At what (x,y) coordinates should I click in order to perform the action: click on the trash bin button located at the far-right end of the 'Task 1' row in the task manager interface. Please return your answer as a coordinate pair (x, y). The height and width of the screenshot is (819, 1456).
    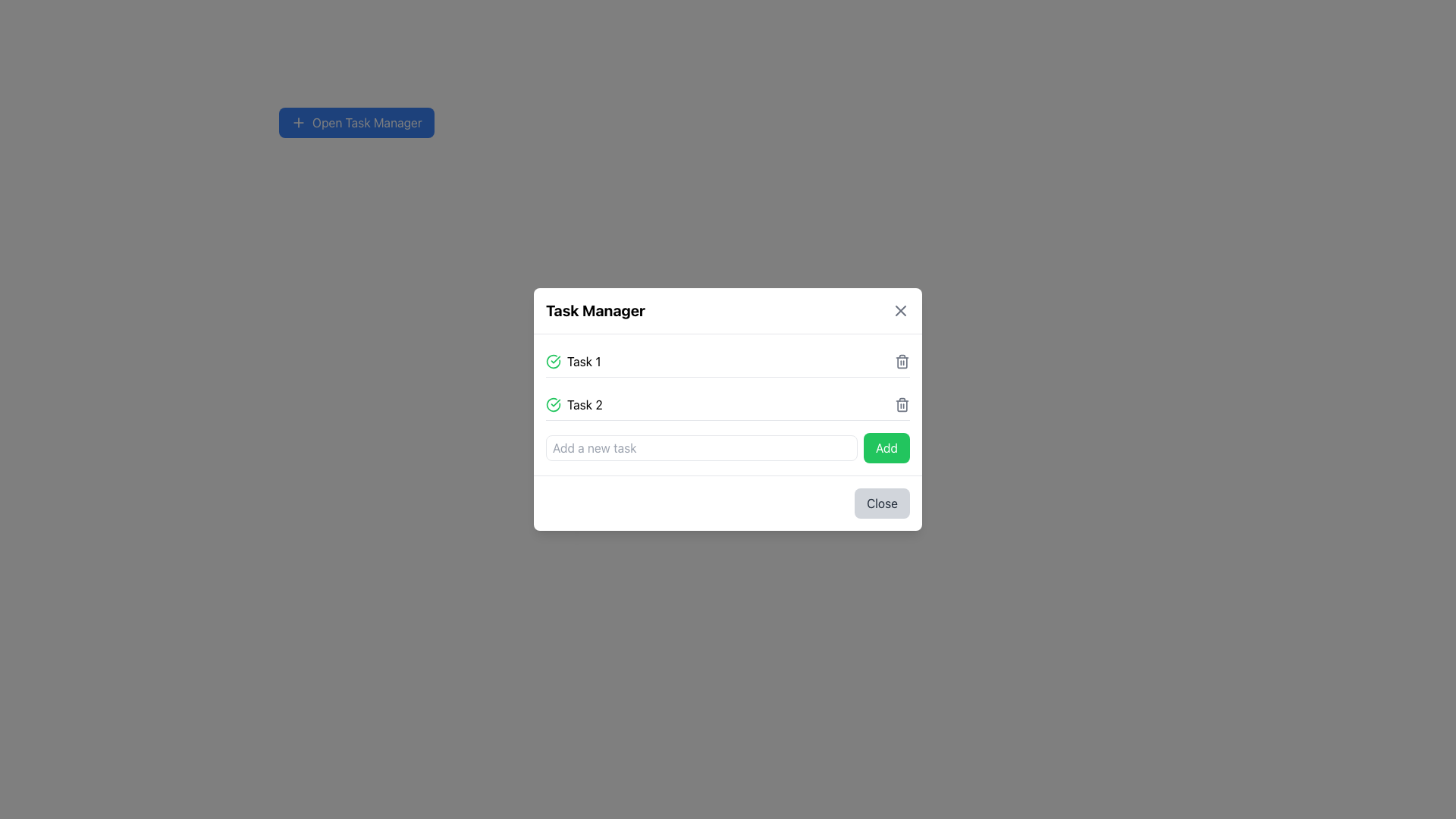
    Looking at the image, I should click on (902, 362).